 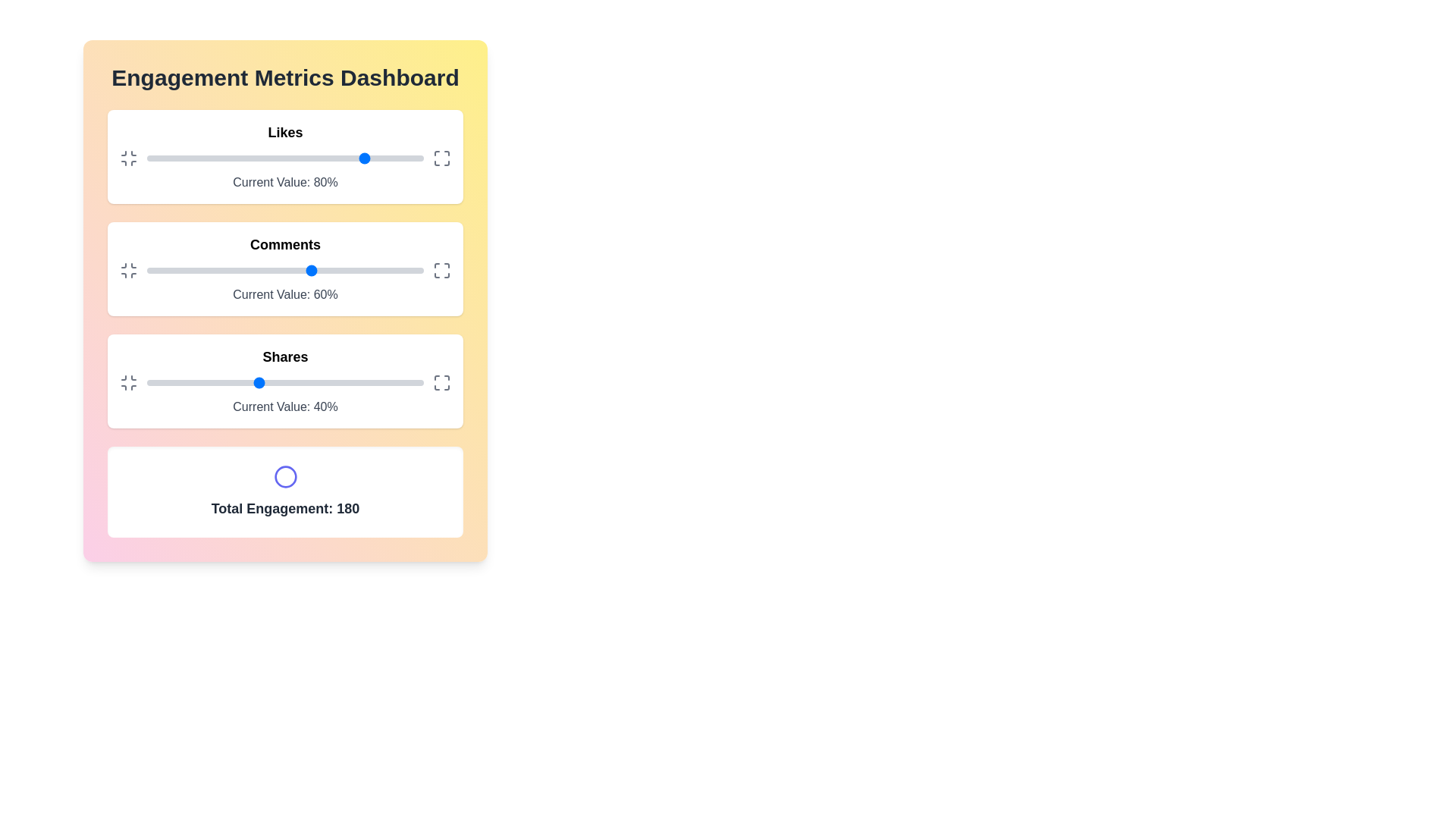 What do you see at coordinates (128, 158) in the screenshot?
I see `the minimize icon located in the top-left corner of the 'Likes' section within the dashboard to minimize the section` at bounding box center [128, 158].